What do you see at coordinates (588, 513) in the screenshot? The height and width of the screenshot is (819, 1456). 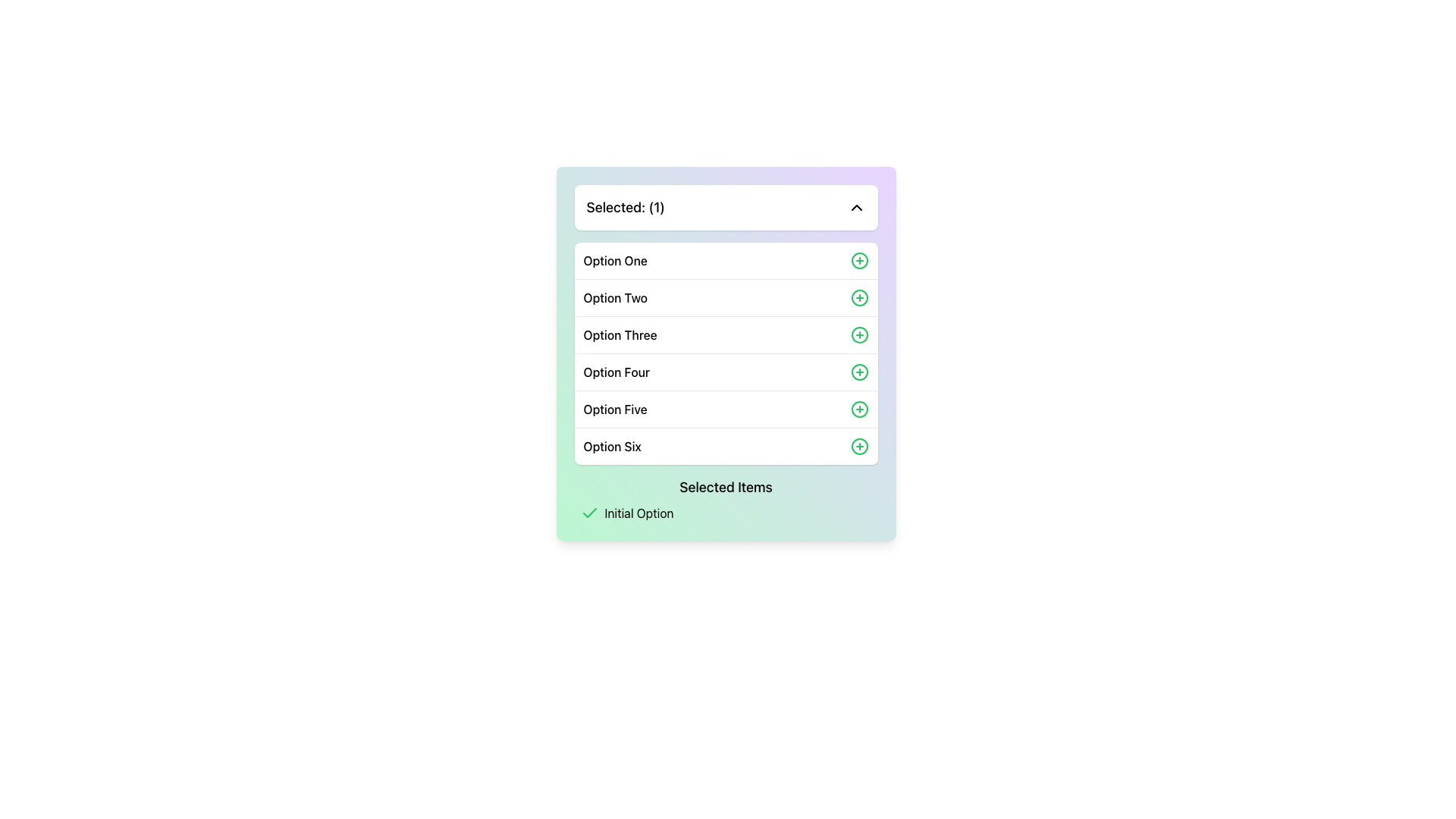 I see `the visual indicator icon to the left of the text 'Initial Option' in the 'Selected Items' section to deselect the option` at bounding box center [588, 513].